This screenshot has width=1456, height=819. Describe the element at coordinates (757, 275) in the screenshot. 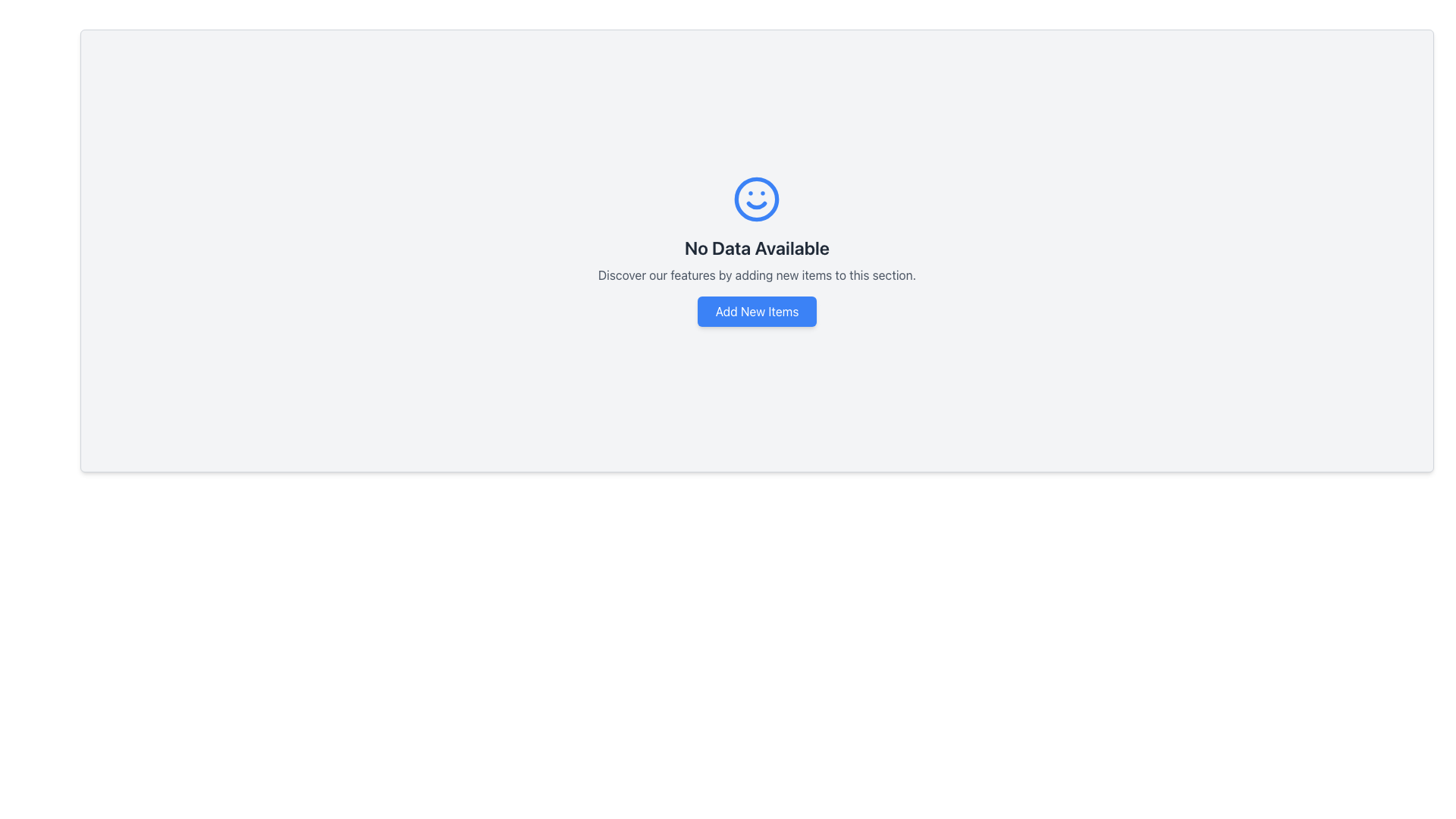

I see `instructional text located between the 'No Data Available' text and the 'Add New Items' button` at that location.